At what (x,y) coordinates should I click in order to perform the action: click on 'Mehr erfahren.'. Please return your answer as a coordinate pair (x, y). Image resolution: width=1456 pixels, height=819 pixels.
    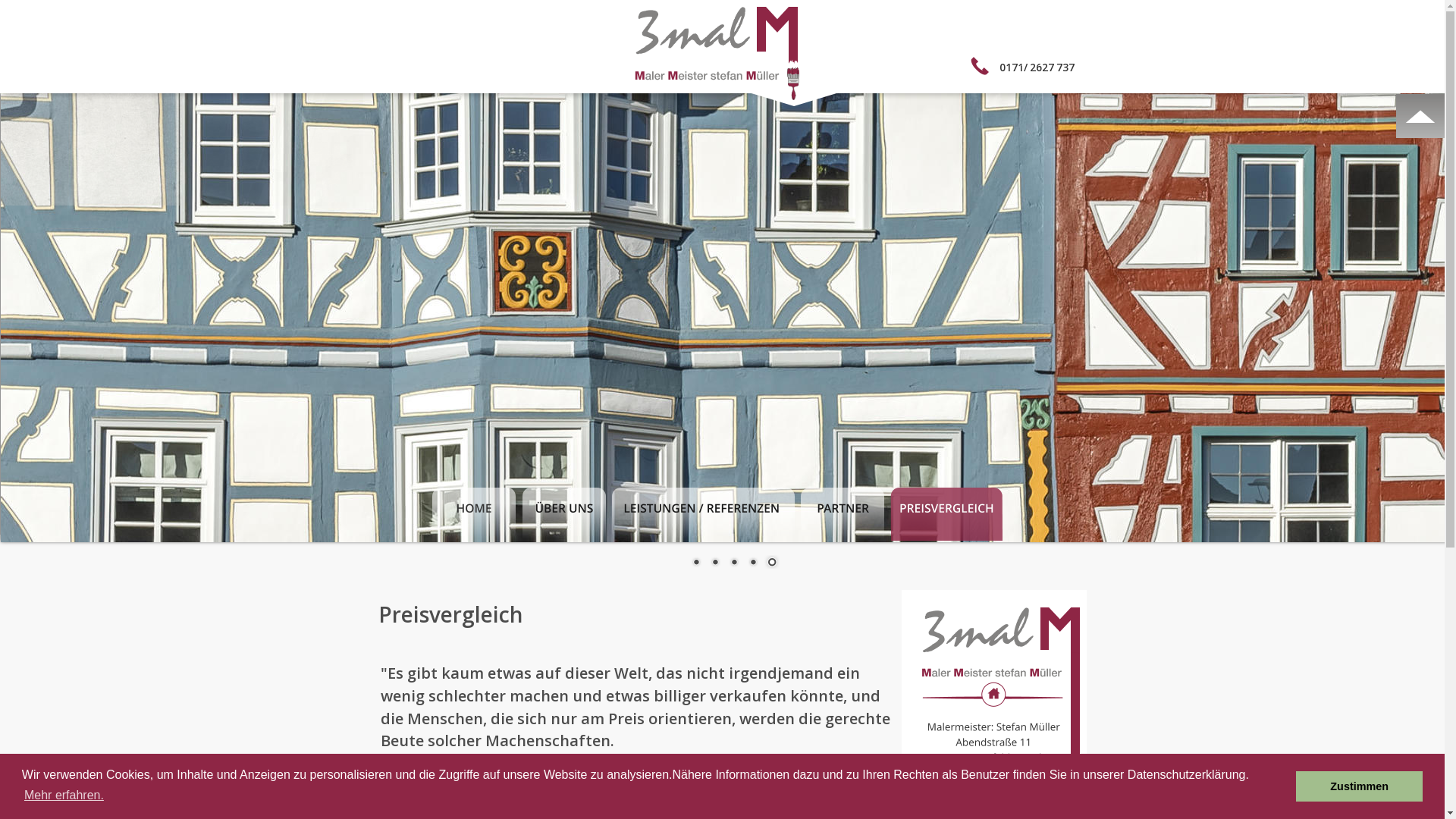
    Looking at the image, I should click on (21, 795).